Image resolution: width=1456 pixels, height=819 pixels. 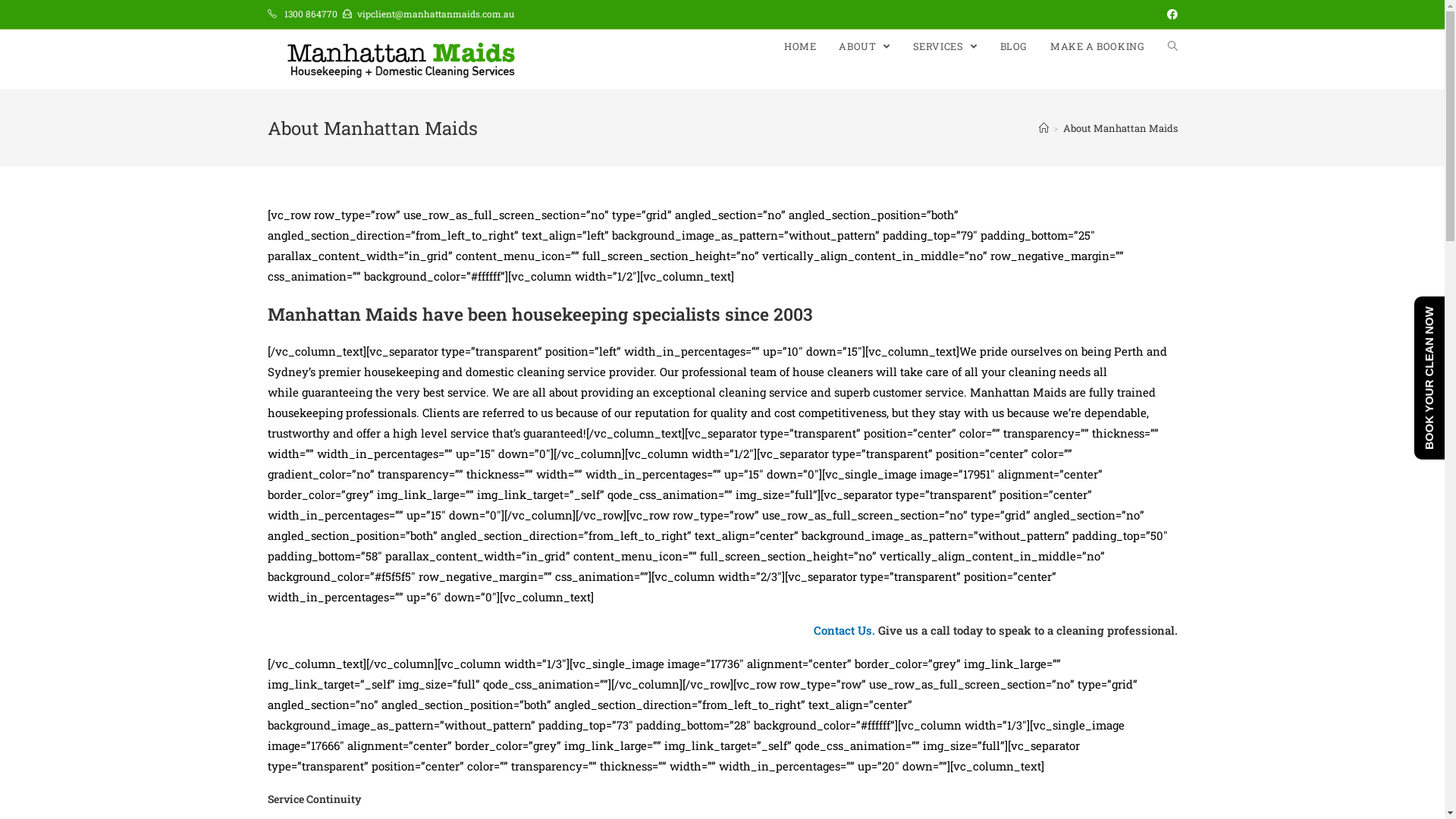 What do you see at coordinates (1120, 127) in the screenshot?
I see `'About Manhattan Maids'` at bounding box center [1120, 127].